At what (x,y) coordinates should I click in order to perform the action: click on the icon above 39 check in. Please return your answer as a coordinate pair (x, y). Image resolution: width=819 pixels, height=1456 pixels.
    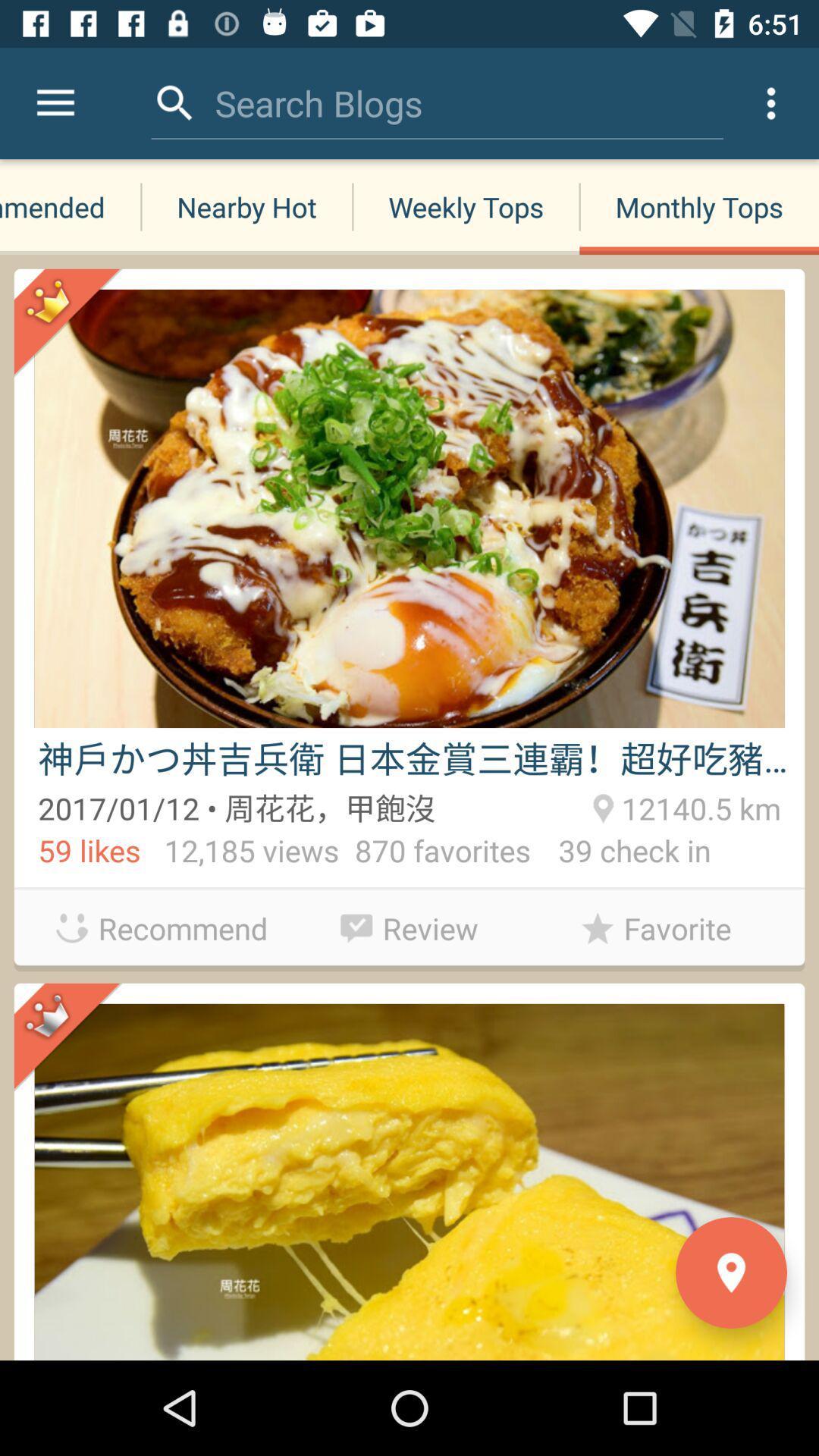
    Looking at the image, I should click on (698, 805).